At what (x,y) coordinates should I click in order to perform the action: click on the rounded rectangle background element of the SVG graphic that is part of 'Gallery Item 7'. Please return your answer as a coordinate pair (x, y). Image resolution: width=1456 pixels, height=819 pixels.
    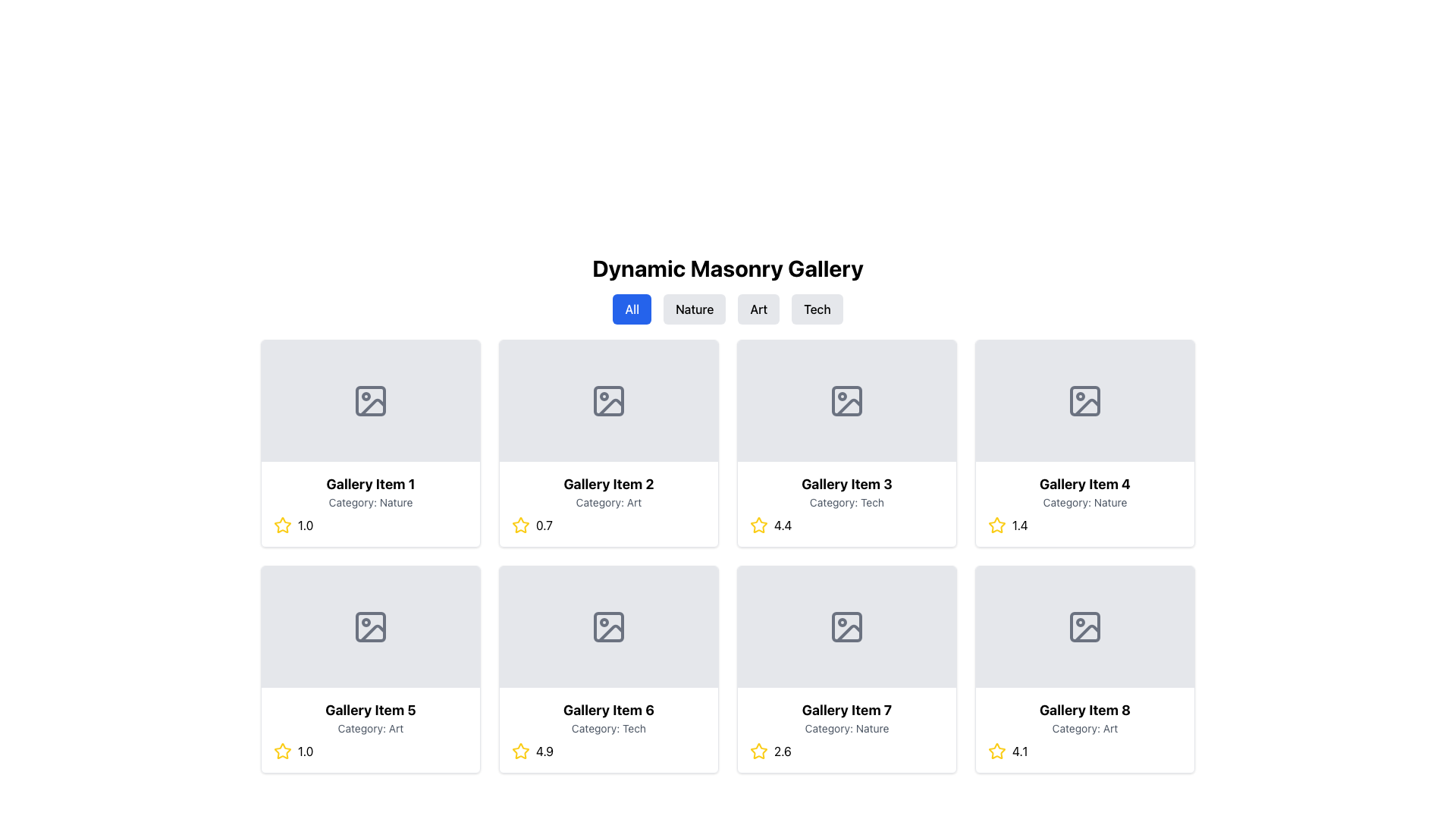
    Looking at the image, I should click on (846, 626).